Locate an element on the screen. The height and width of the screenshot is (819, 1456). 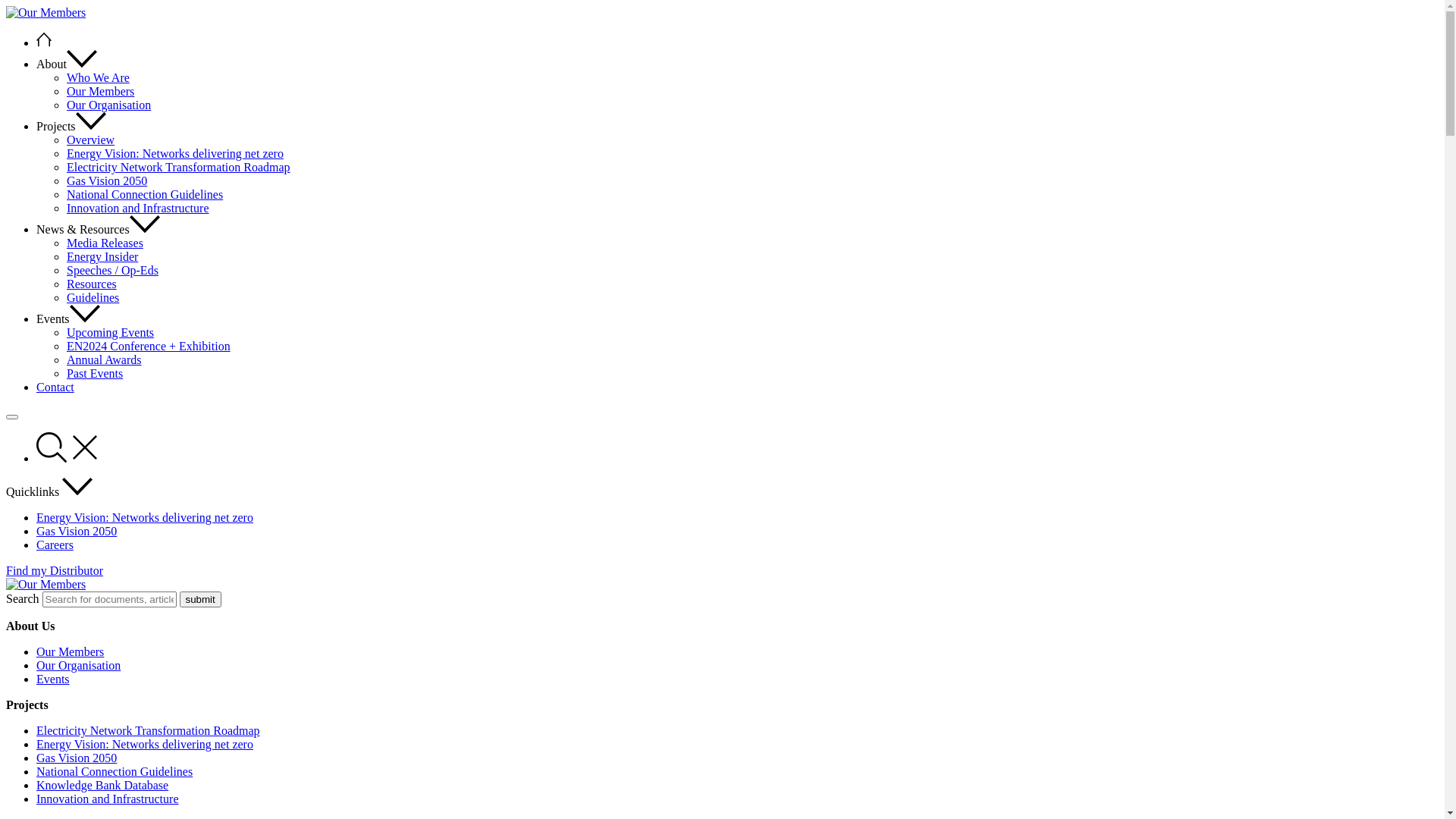
'Careers' is located at coordinates (55, 544).